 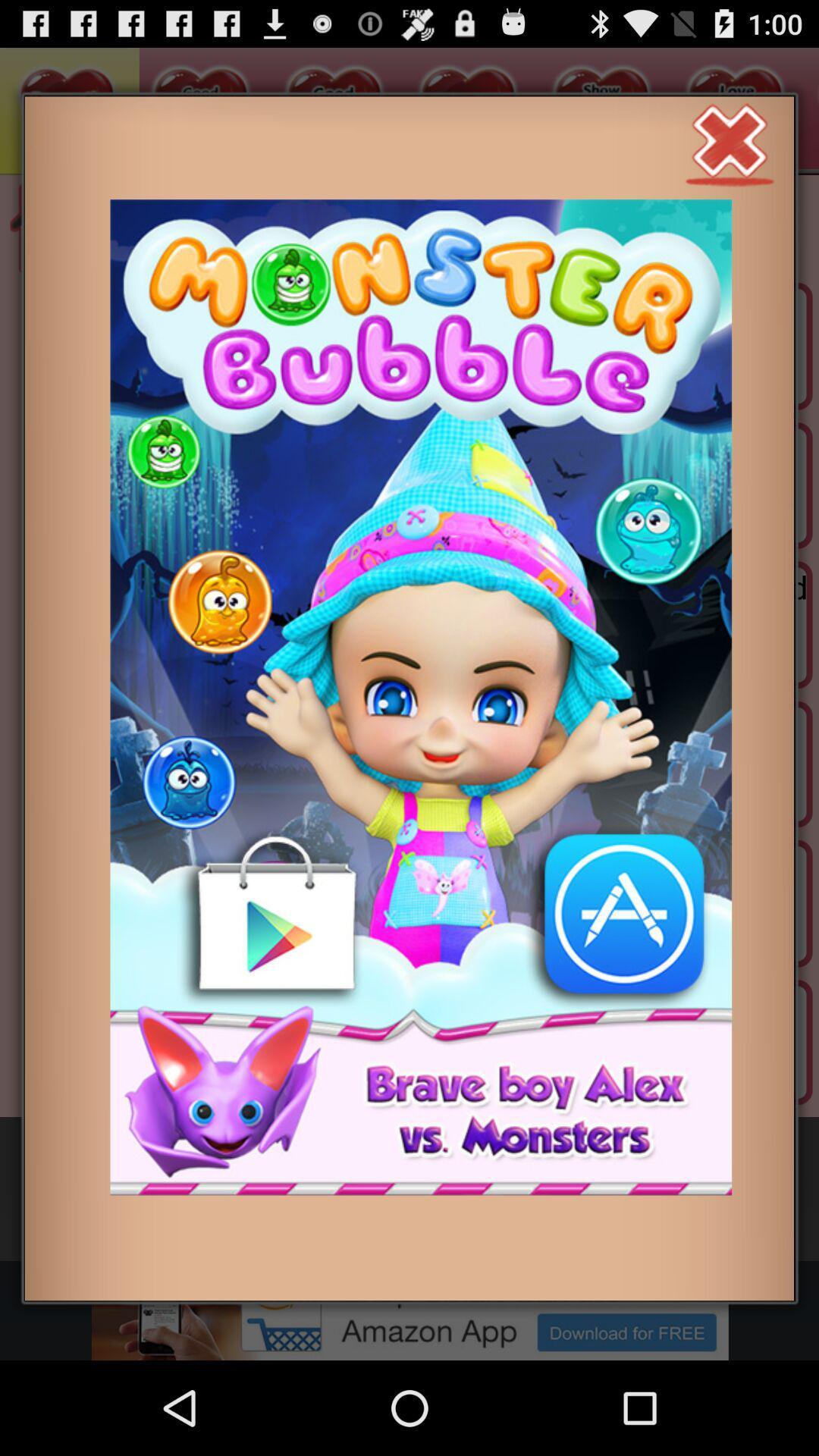 I want to click on close, so click(x=730, y=143).